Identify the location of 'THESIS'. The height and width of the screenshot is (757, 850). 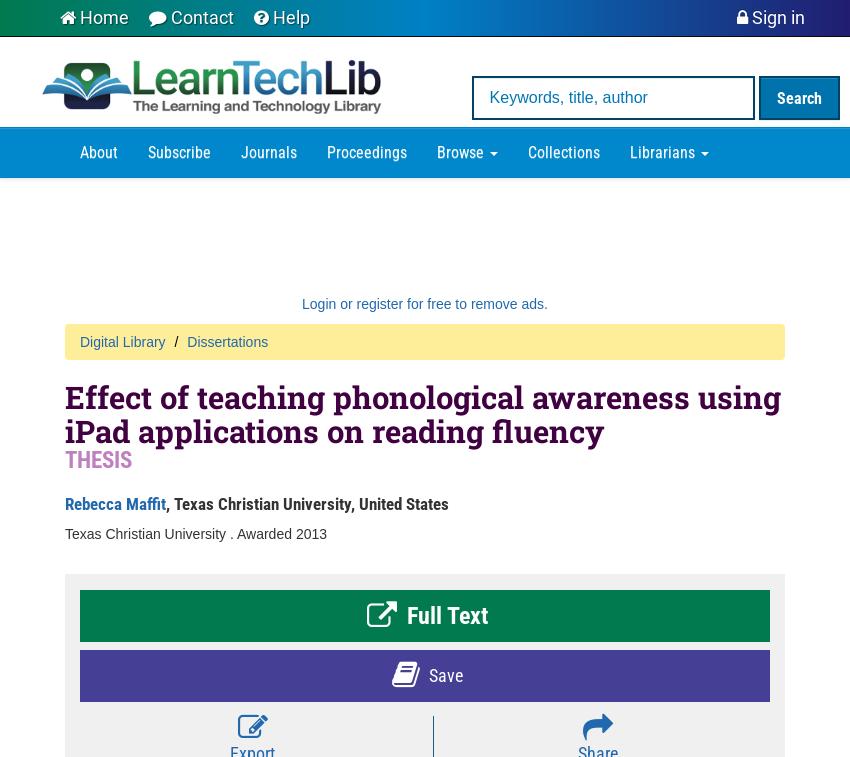
(97, 458).